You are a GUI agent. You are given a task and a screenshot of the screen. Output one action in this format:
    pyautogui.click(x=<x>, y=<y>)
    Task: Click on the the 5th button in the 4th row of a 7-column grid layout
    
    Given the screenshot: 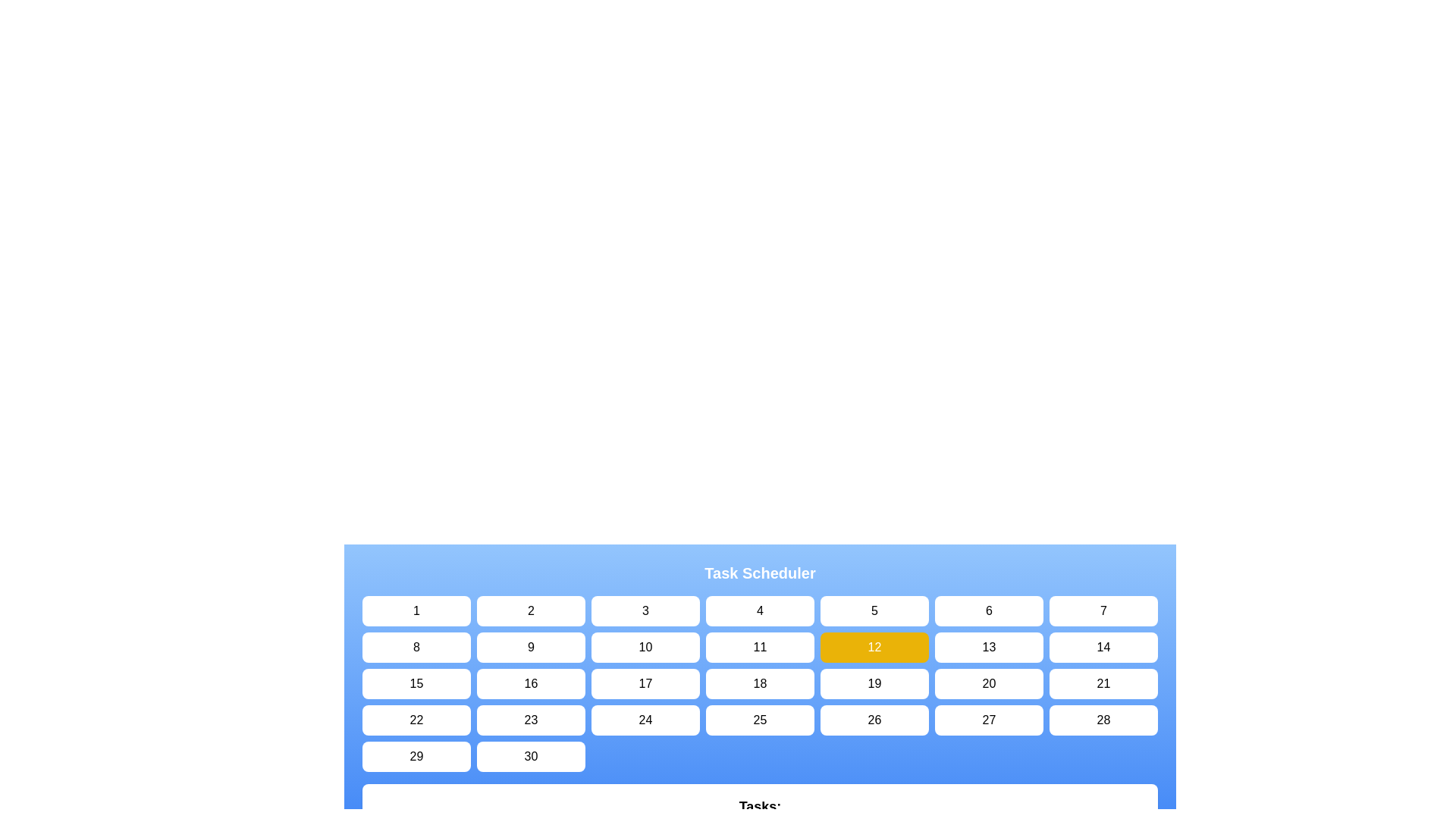 What is the action you would take?
    pyautogui.click(x=874, y=719)
    